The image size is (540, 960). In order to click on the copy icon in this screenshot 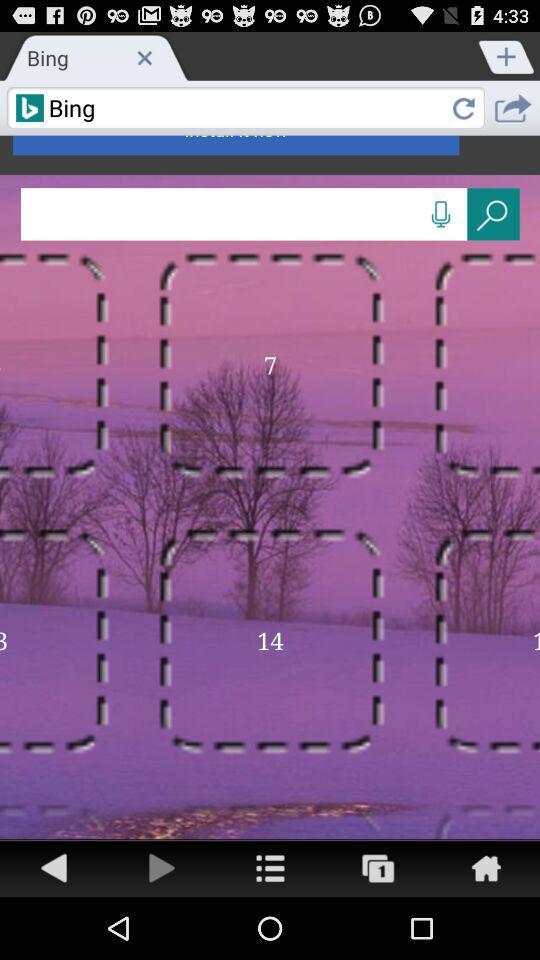, I will do `click(378, 928)`.